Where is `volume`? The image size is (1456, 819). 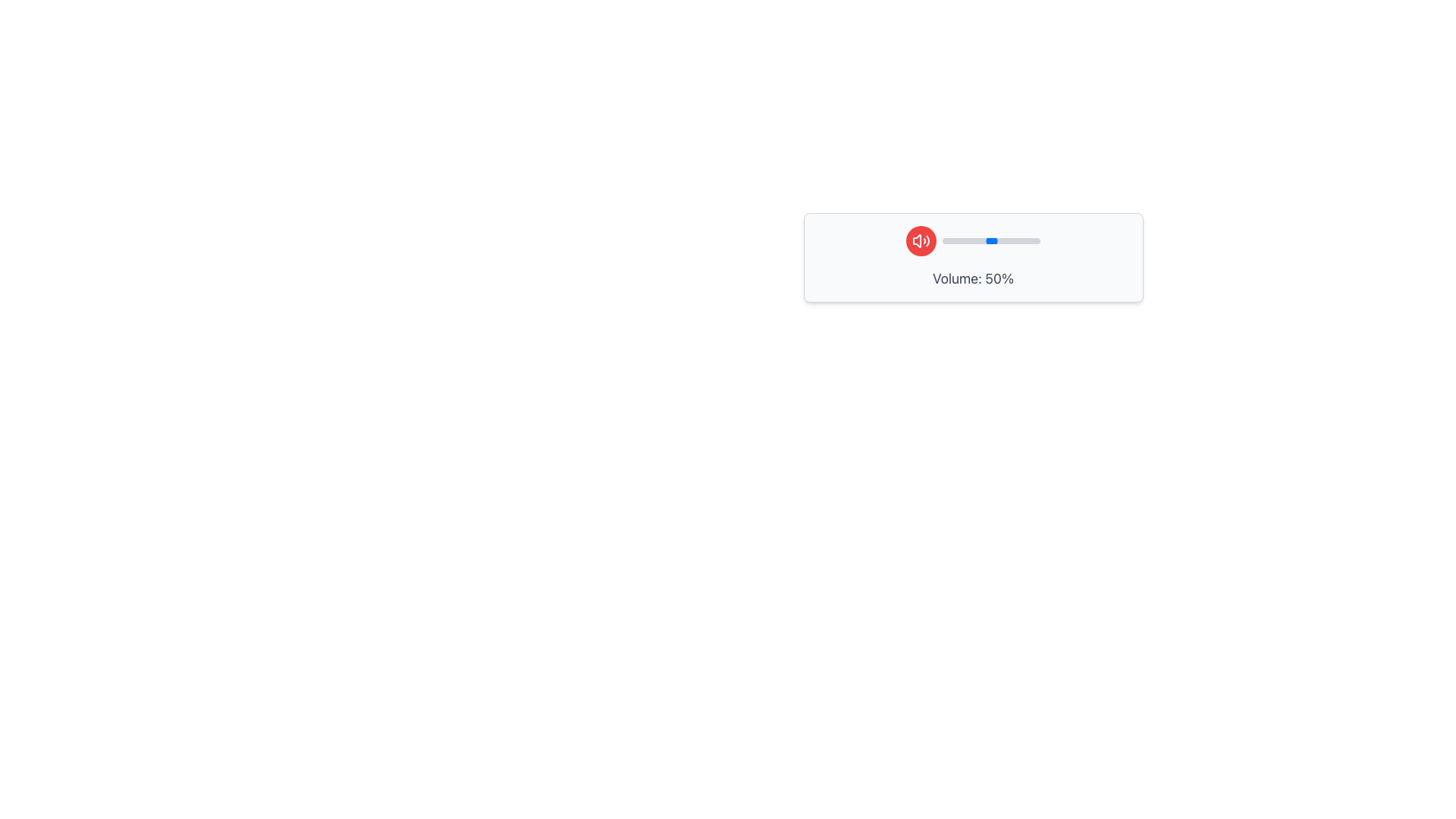 volume is located at coordinates (1015, 240).